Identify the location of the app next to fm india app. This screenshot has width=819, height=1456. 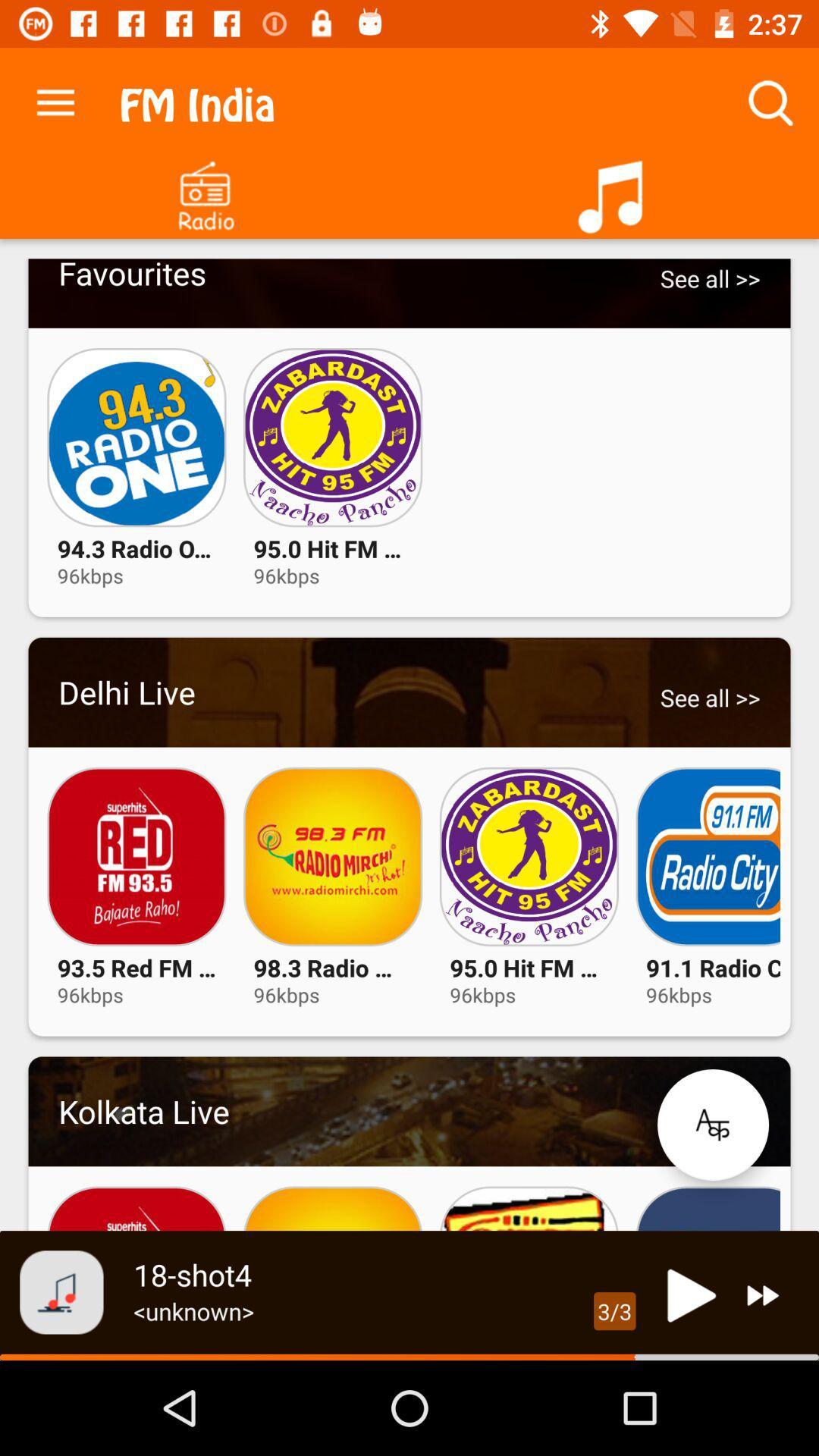
(55, 99).